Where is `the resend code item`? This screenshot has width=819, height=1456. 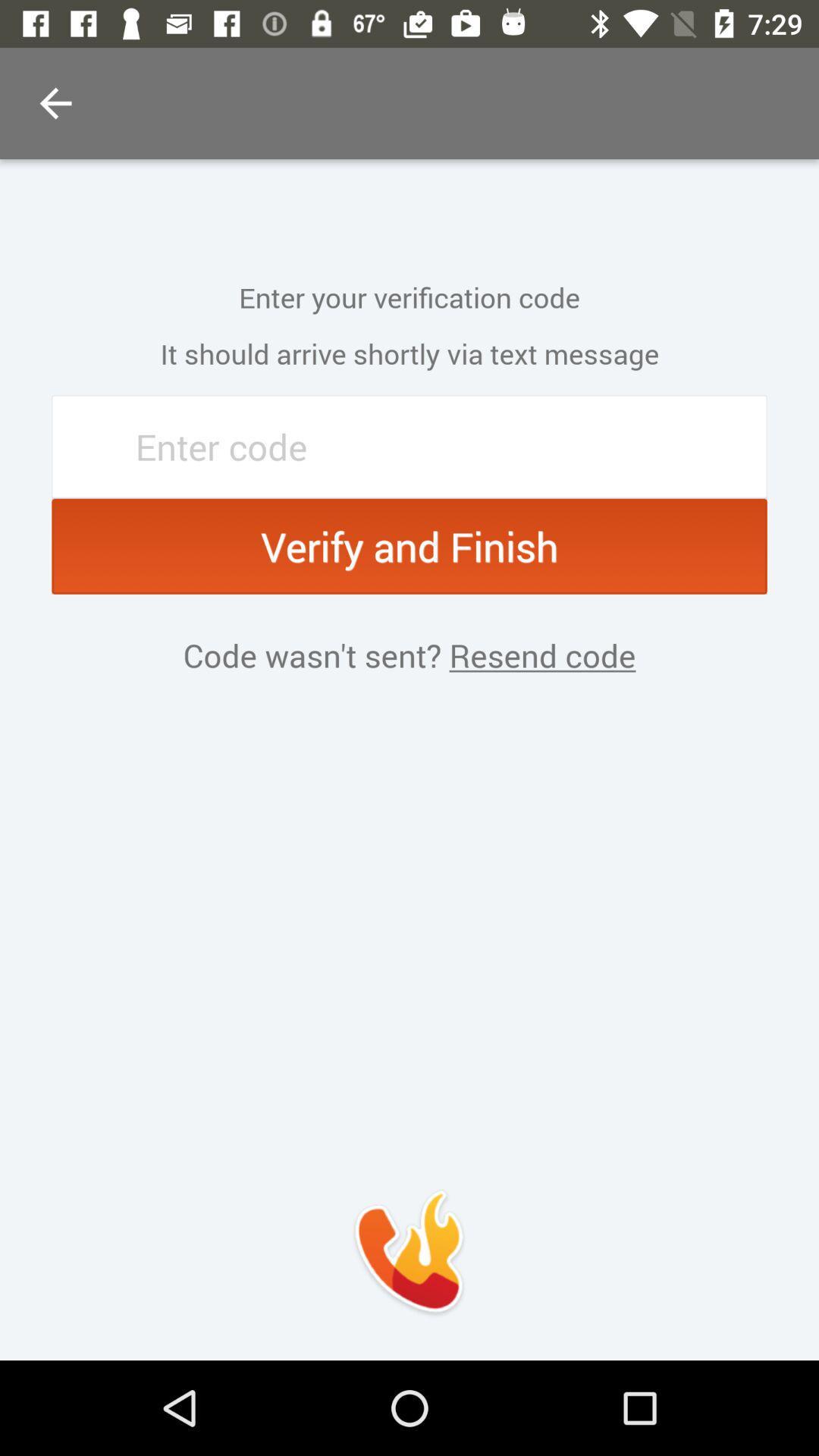
the resend code item is located at coordinates (538, 655).